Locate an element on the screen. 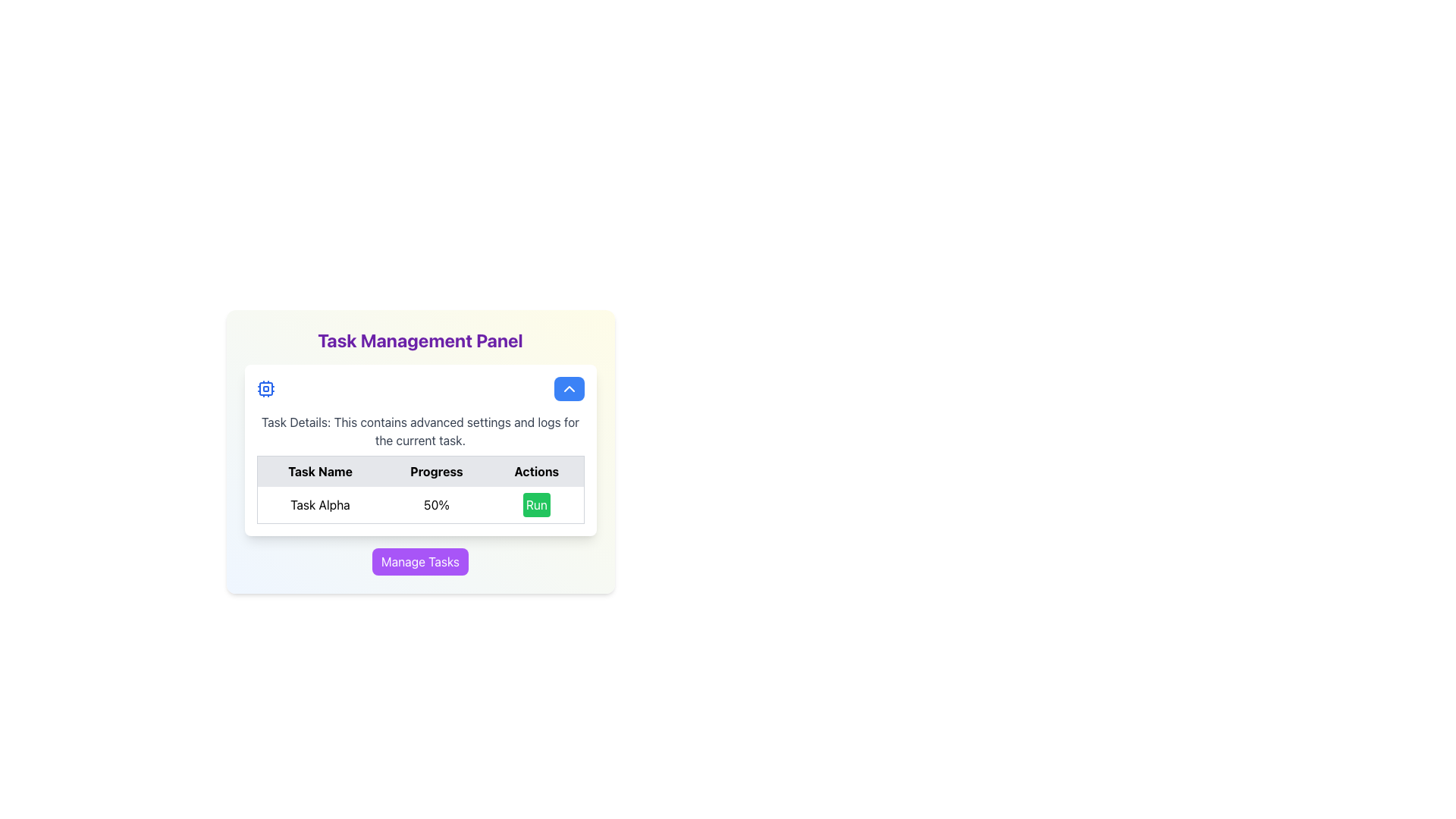  the 'Manage Tasks' button, which is a rectangular button with white text on a purple background, located at the bottom center of the 'Task Management Panel' is located at coordinates (420, 561).